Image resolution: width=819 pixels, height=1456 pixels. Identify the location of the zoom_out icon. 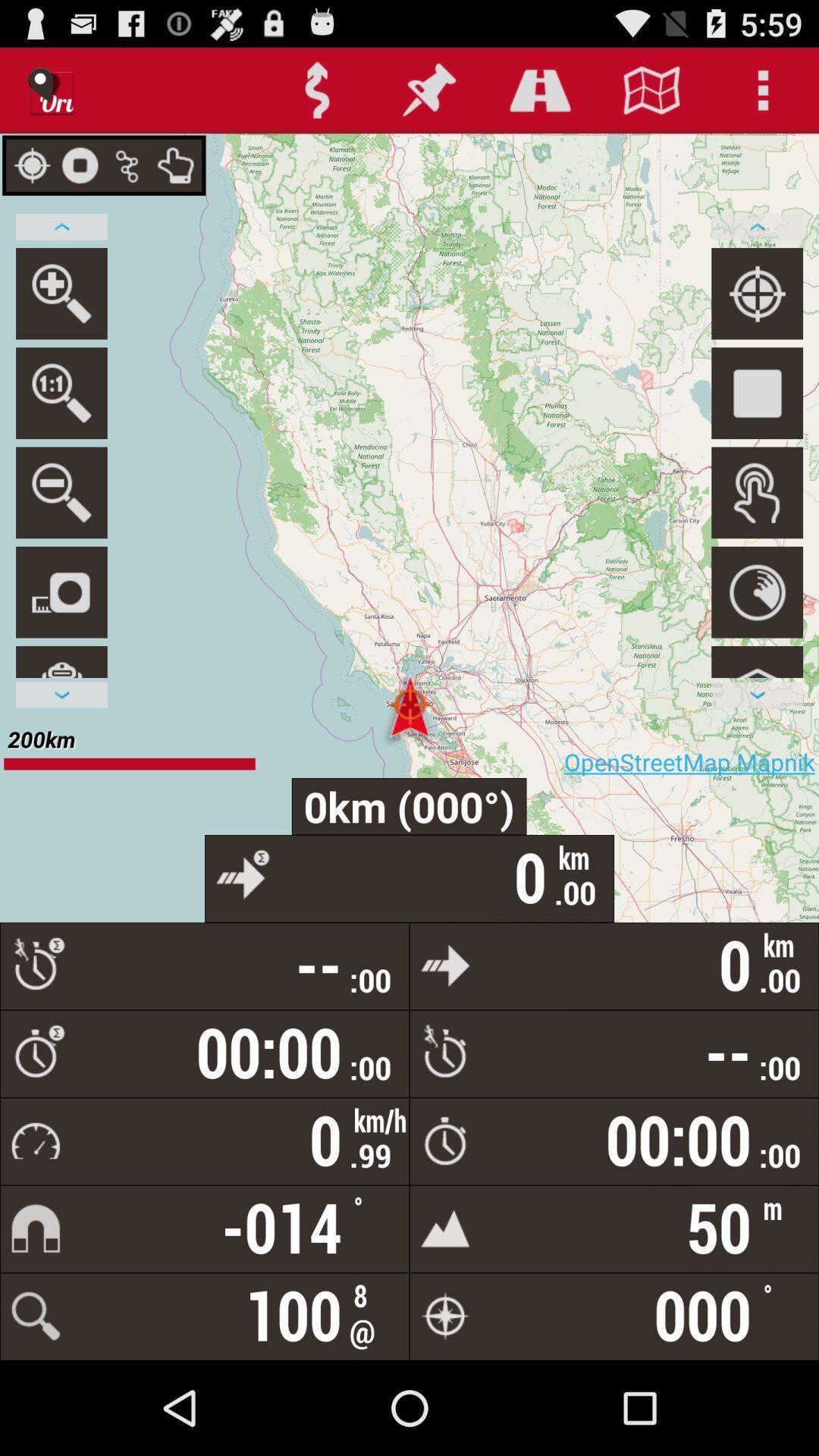
(61, 527).